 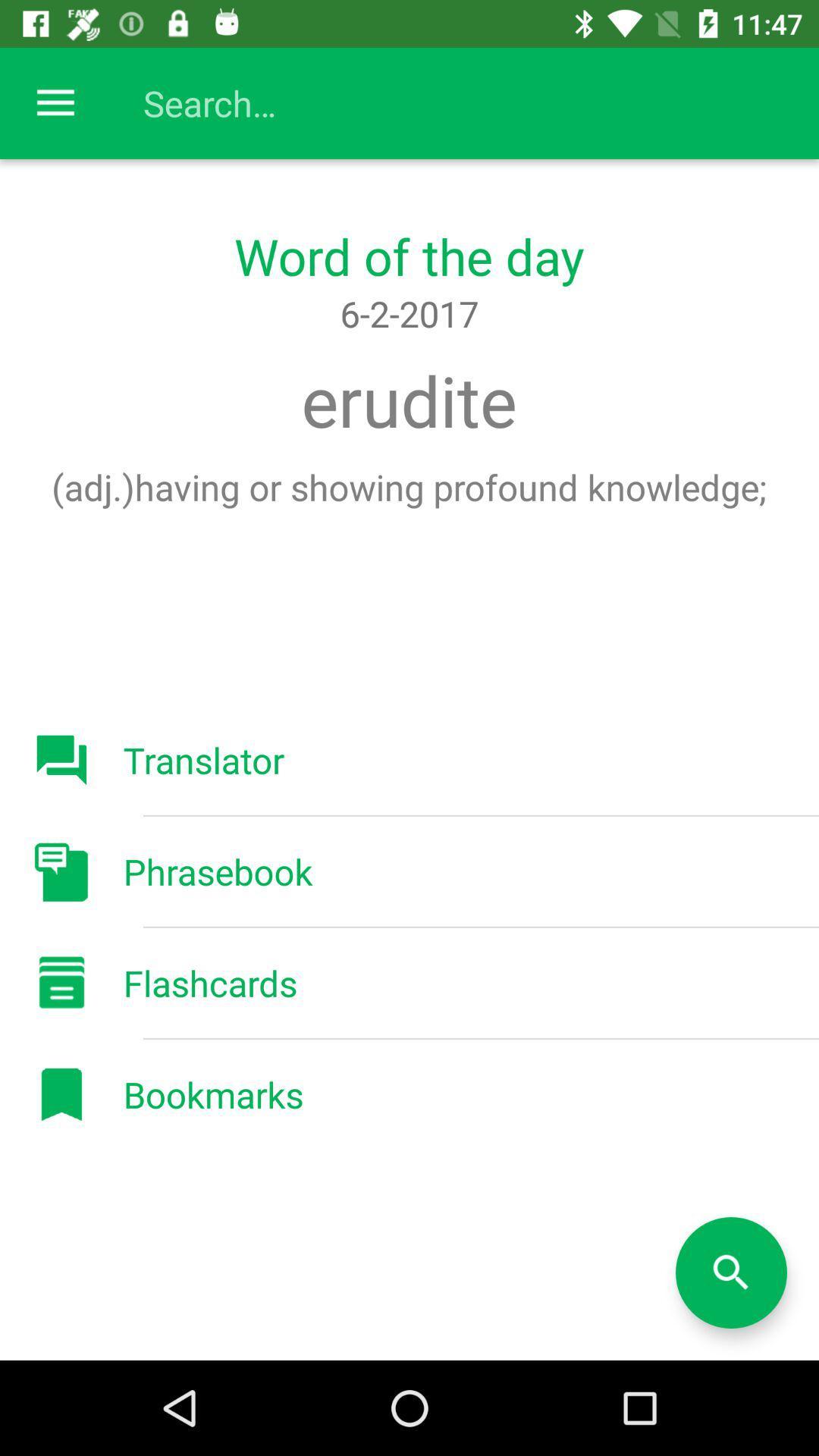 I want to click on the bookmarks item, so click(x=213, y=1094).